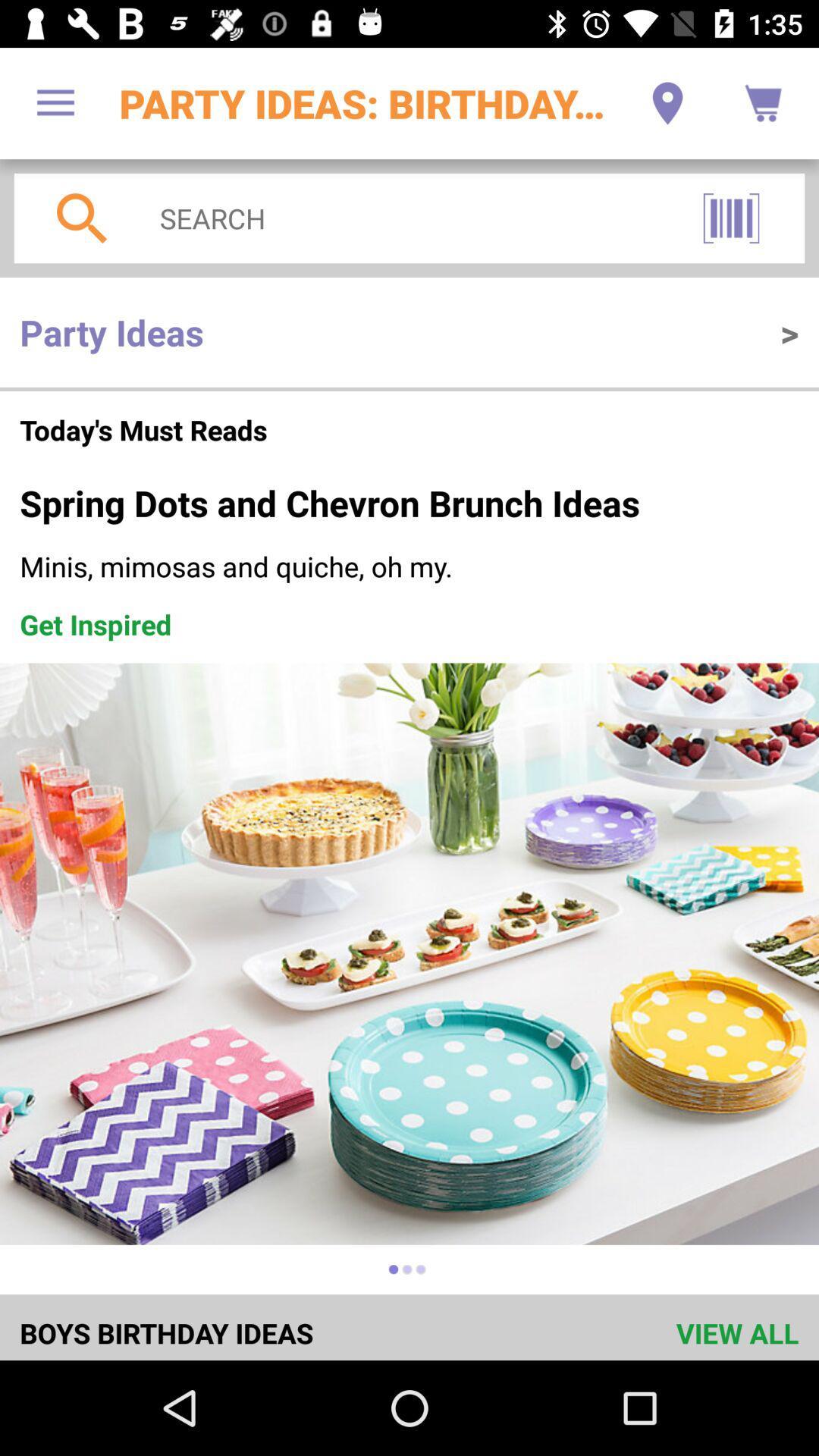 The height and width of the screenshot is (1456, 819). Describe the element at coordinates (403, 218) in the screenshot. I see `the item above the party ideas icon` at that location.